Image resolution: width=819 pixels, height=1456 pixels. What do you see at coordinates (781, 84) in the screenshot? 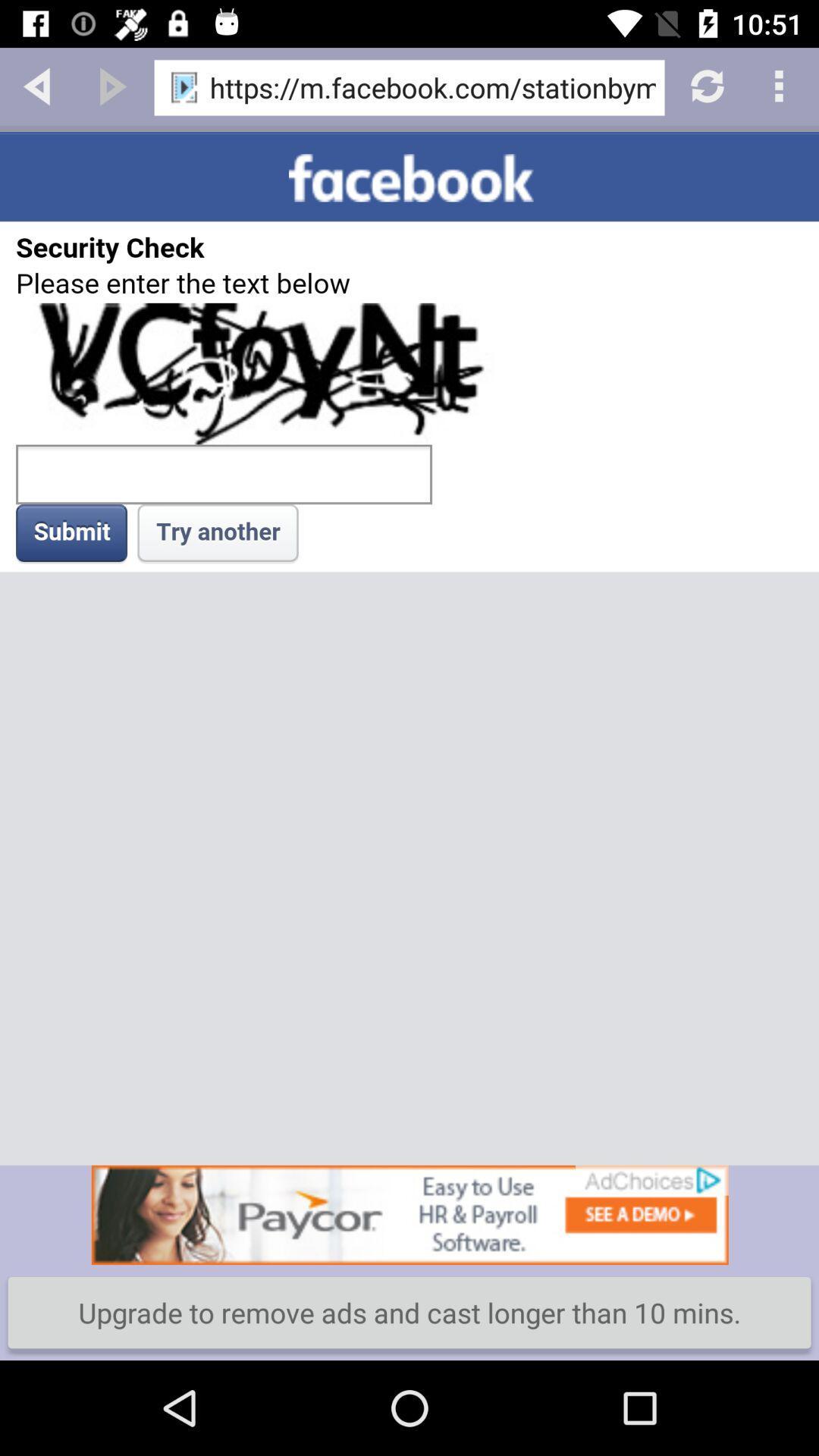
I see `options` at bounding box center [781, 84].